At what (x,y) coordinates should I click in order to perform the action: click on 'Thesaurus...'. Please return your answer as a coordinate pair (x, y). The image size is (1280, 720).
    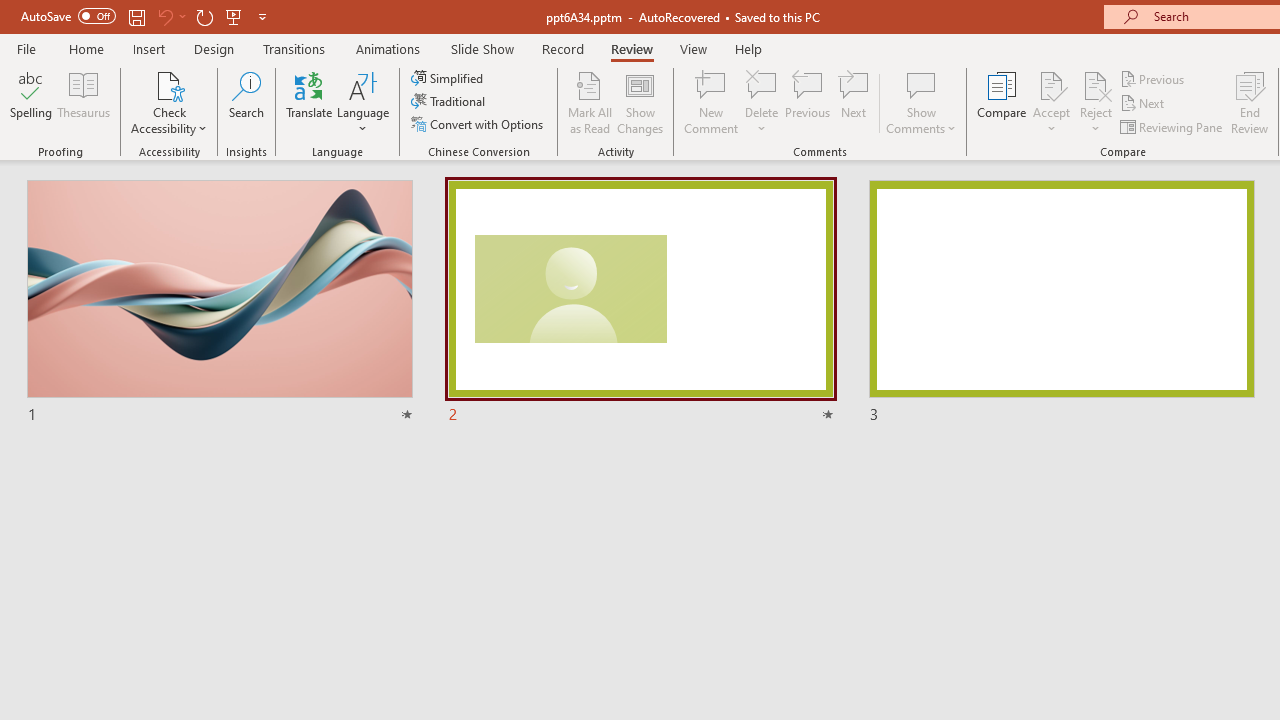
    Looking at the image, I should click on (82, 103).